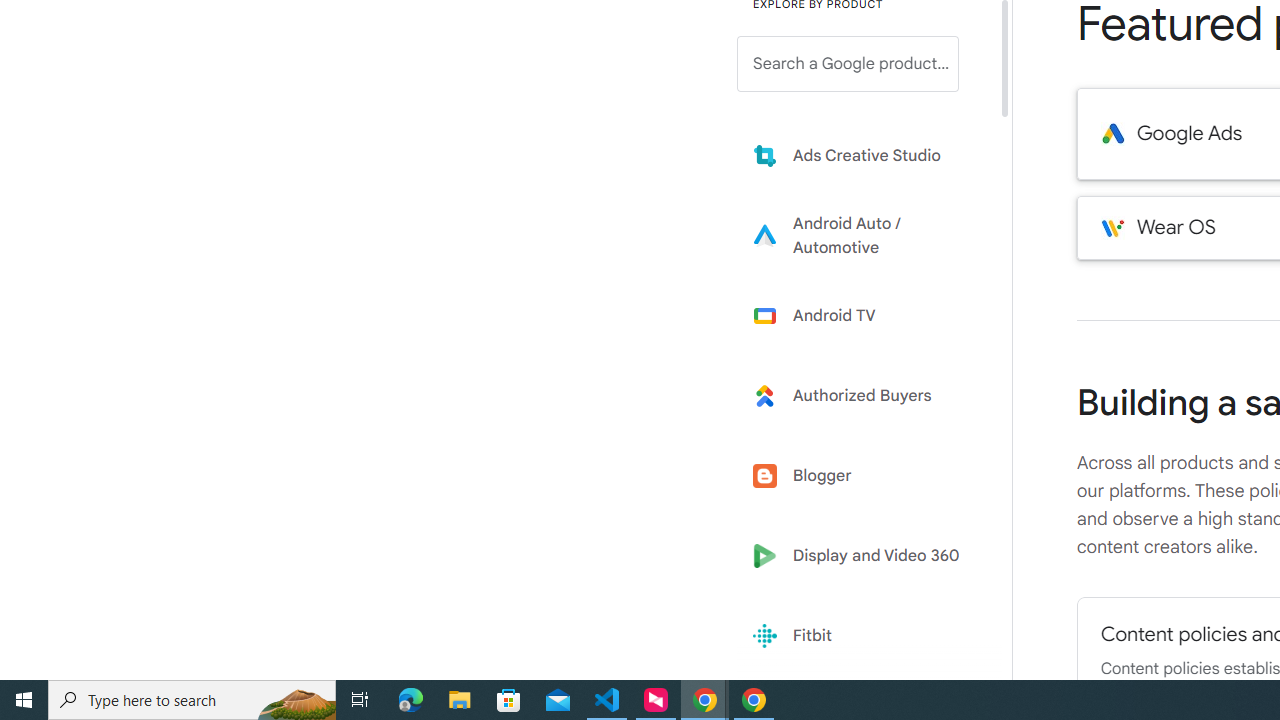  Describe the element at coordinates (862, 234) in the screenshot. I see `'Learn more about Android Auto'` at that location.